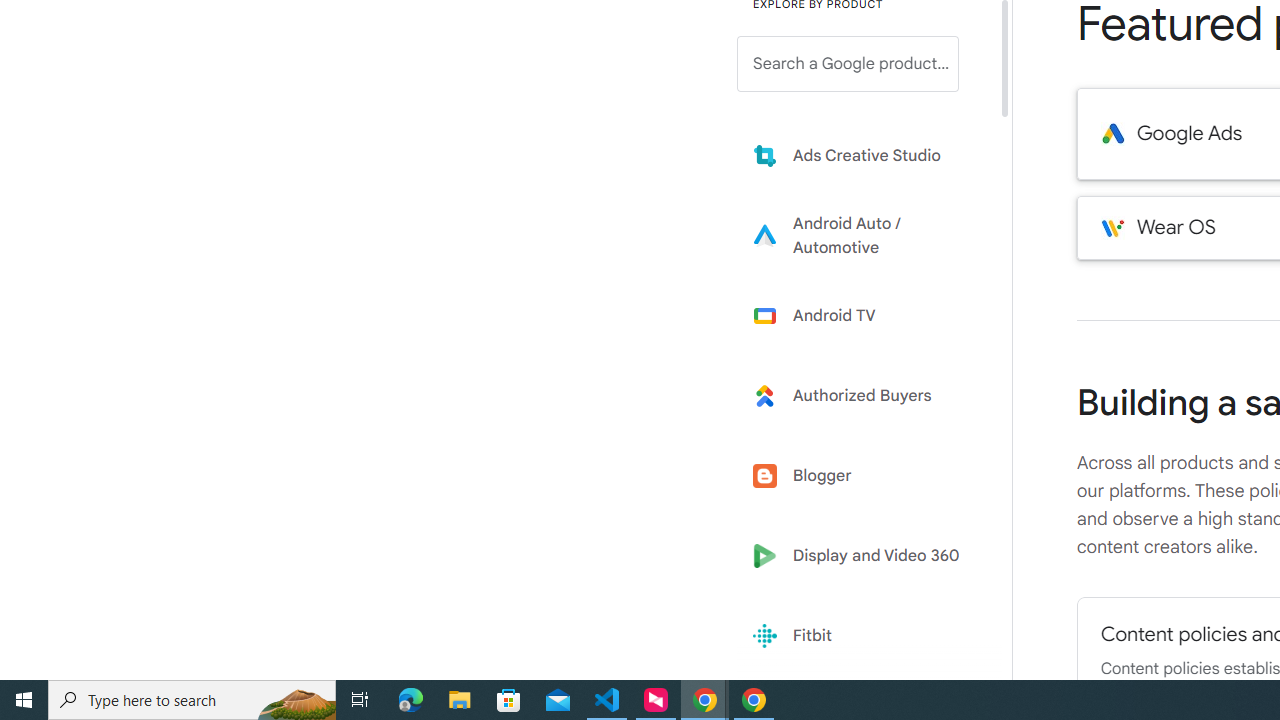  Describe the element at coordinates (862, 234) in the screenshot. I see `'Learn more about Android Auto'` at that location.